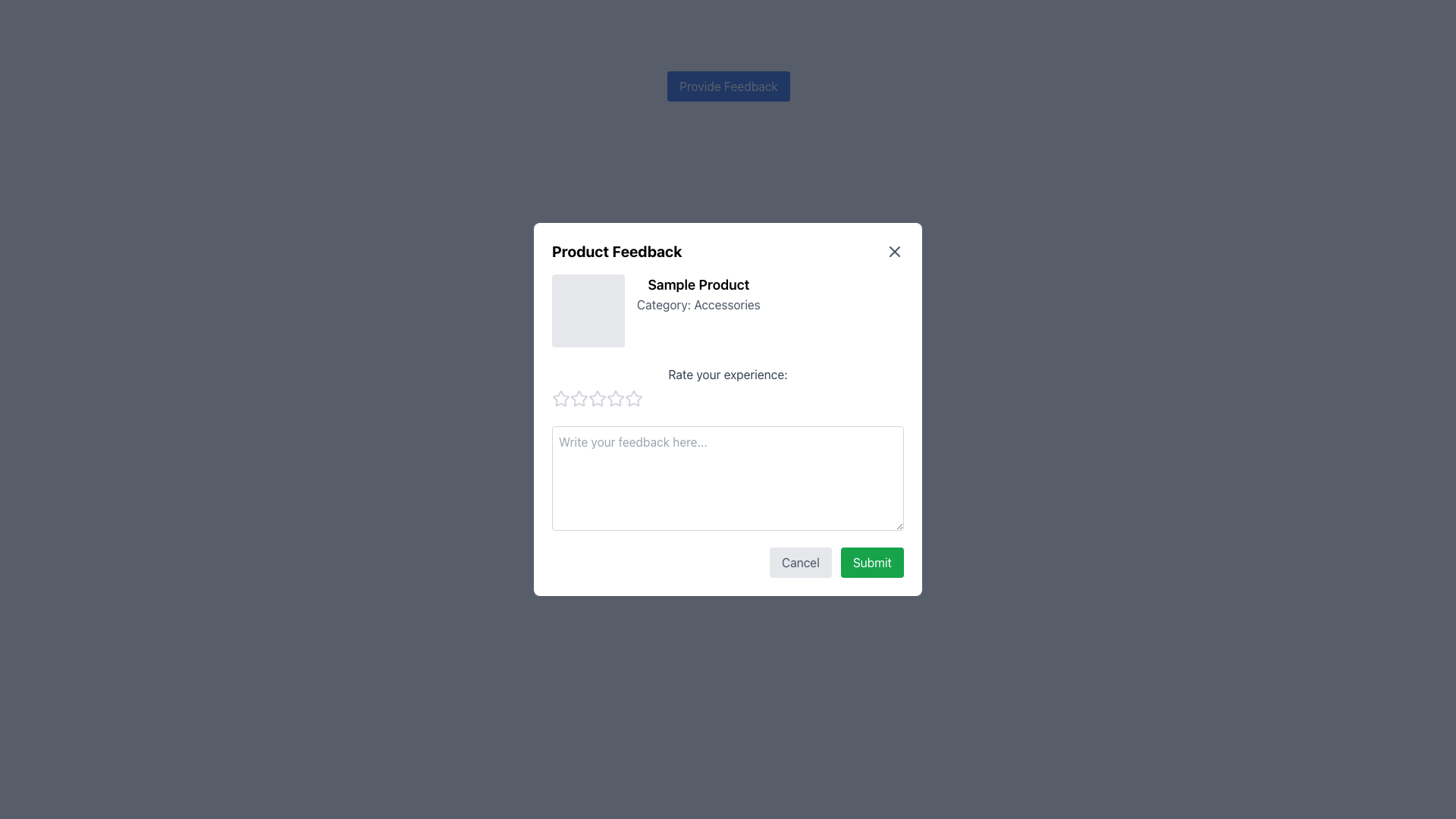 The image size is (1456, 819). Describe the element at coordinates (895, 250) in the screenshot. I see `the small dark gray 'X' icon in the top-right corner of the 'Product Feedback' dialog box` at that location.